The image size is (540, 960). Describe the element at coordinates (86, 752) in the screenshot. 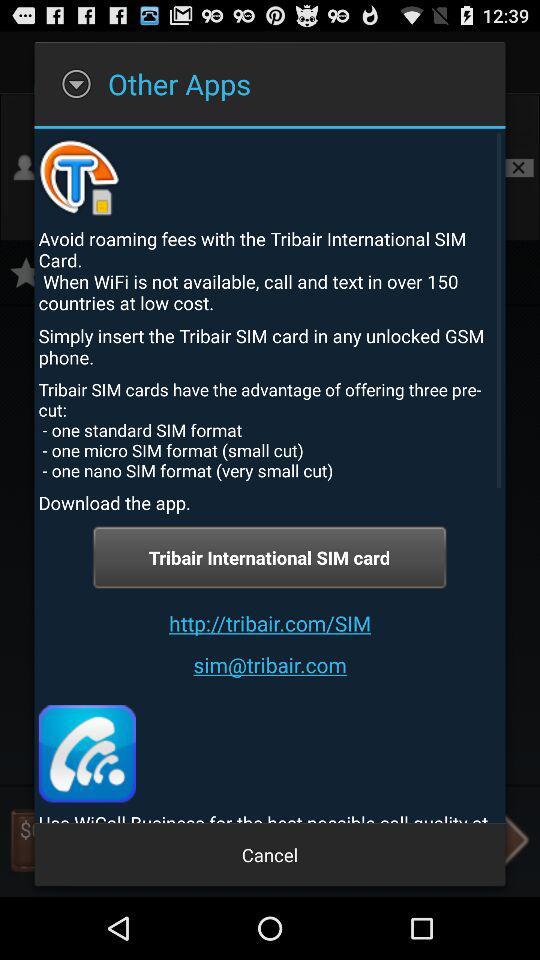

I see `item above use wicall business app` at that location.